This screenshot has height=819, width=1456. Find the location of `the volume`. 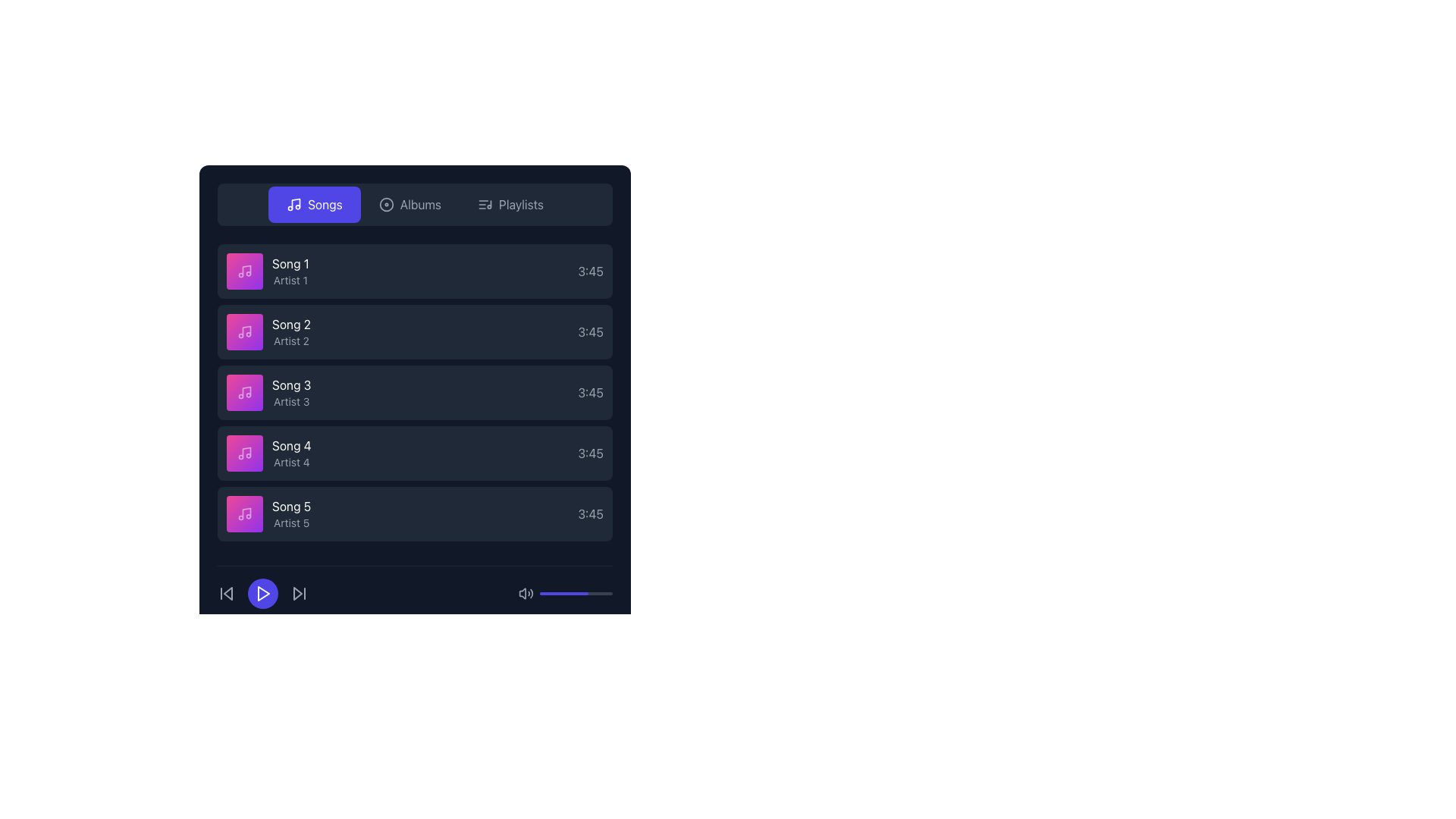

the volume is located at coordinates (586, 593).